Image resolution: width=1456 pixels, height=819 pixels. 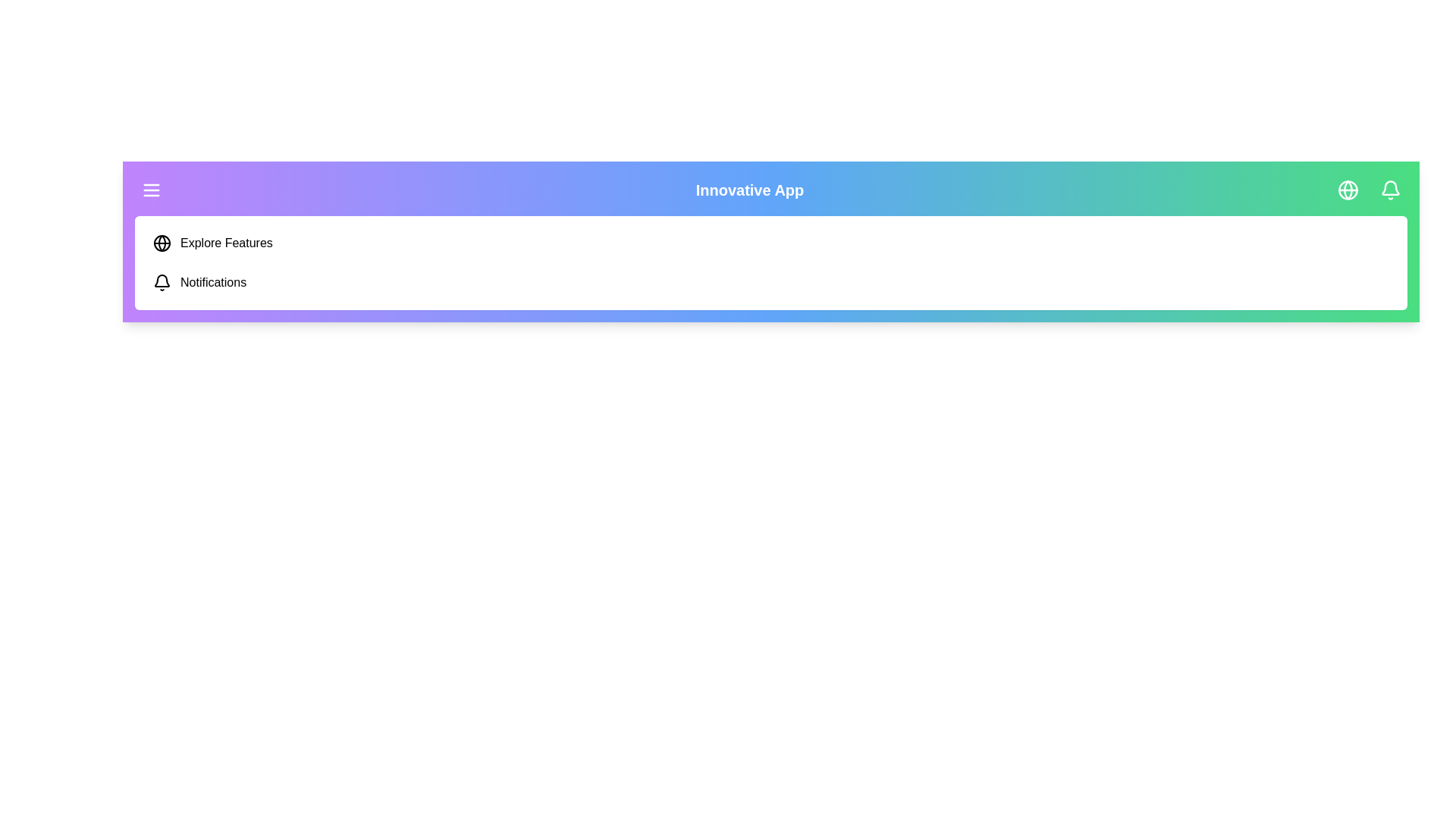 What do you see at coordinates (1390, 189) in the screenshot?
I see `the specified menu item: bell_icon` at bounding box center [1390, 189].